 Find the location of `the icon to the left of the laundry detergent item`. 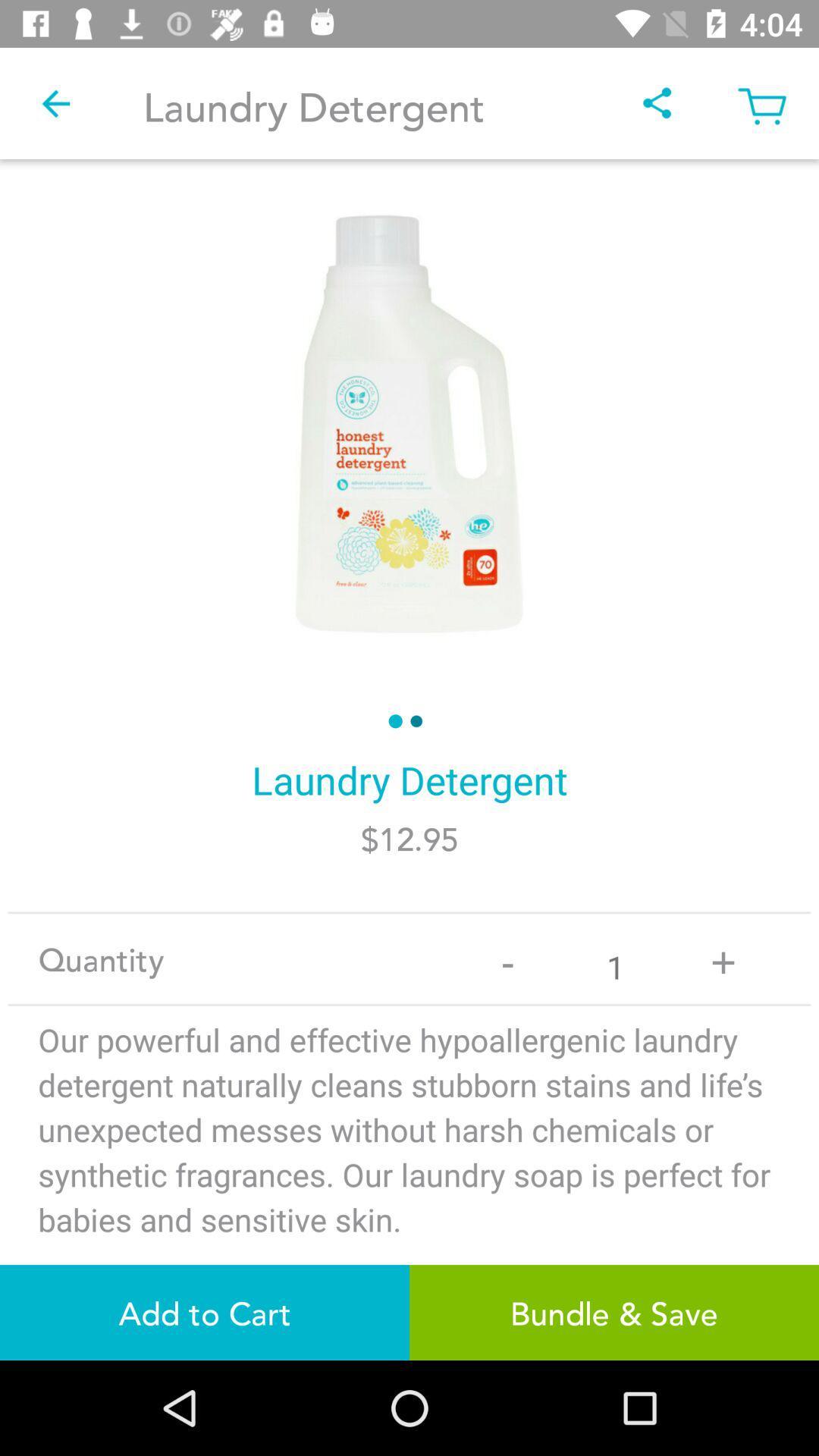

the icon to the left of the laundry detergent item is located at coordinates (55, 102).